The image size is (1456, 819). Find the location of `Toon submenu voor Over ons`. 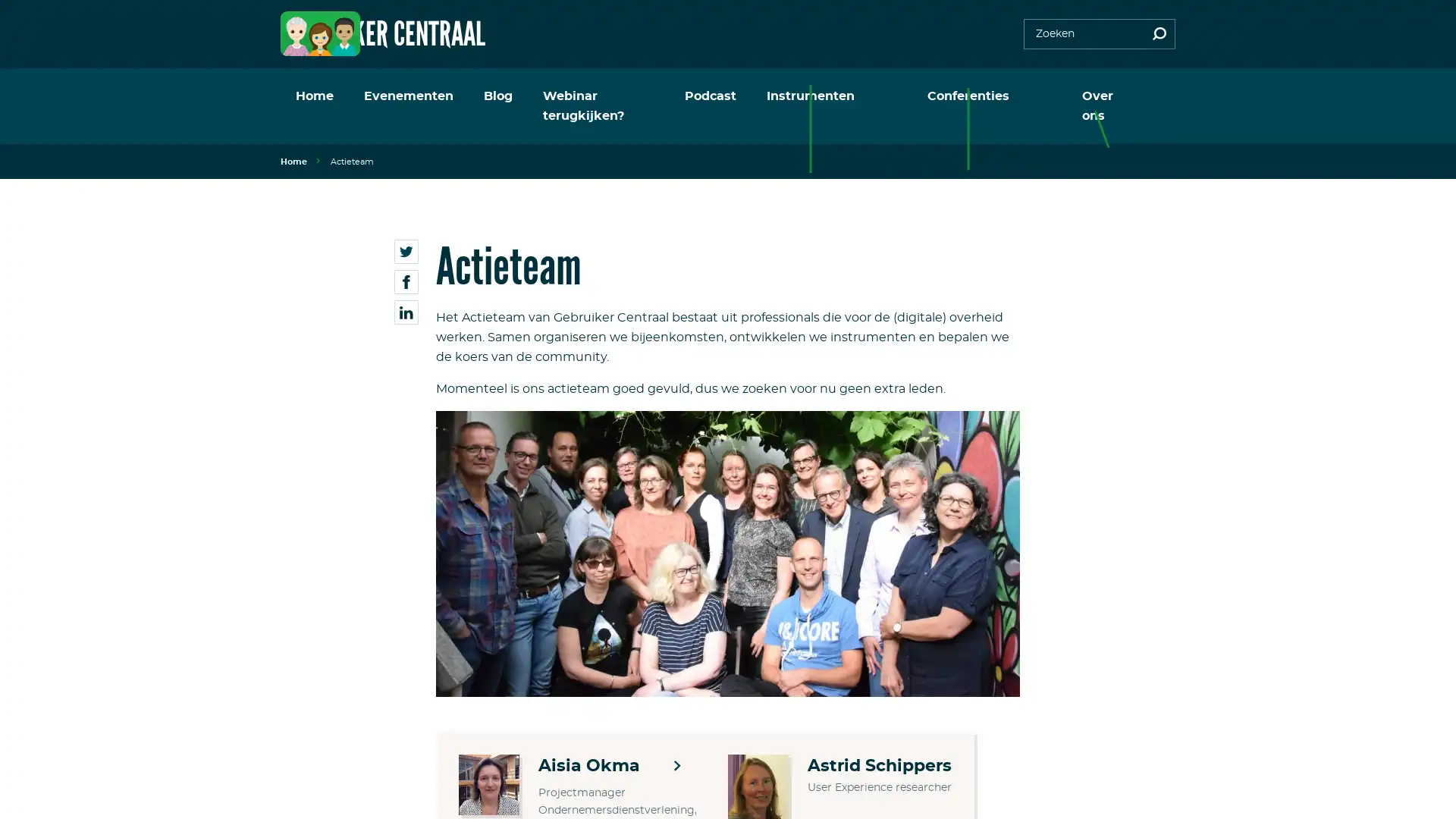

Toon submenu voor Over ons is located at coordinates (1146, 96).